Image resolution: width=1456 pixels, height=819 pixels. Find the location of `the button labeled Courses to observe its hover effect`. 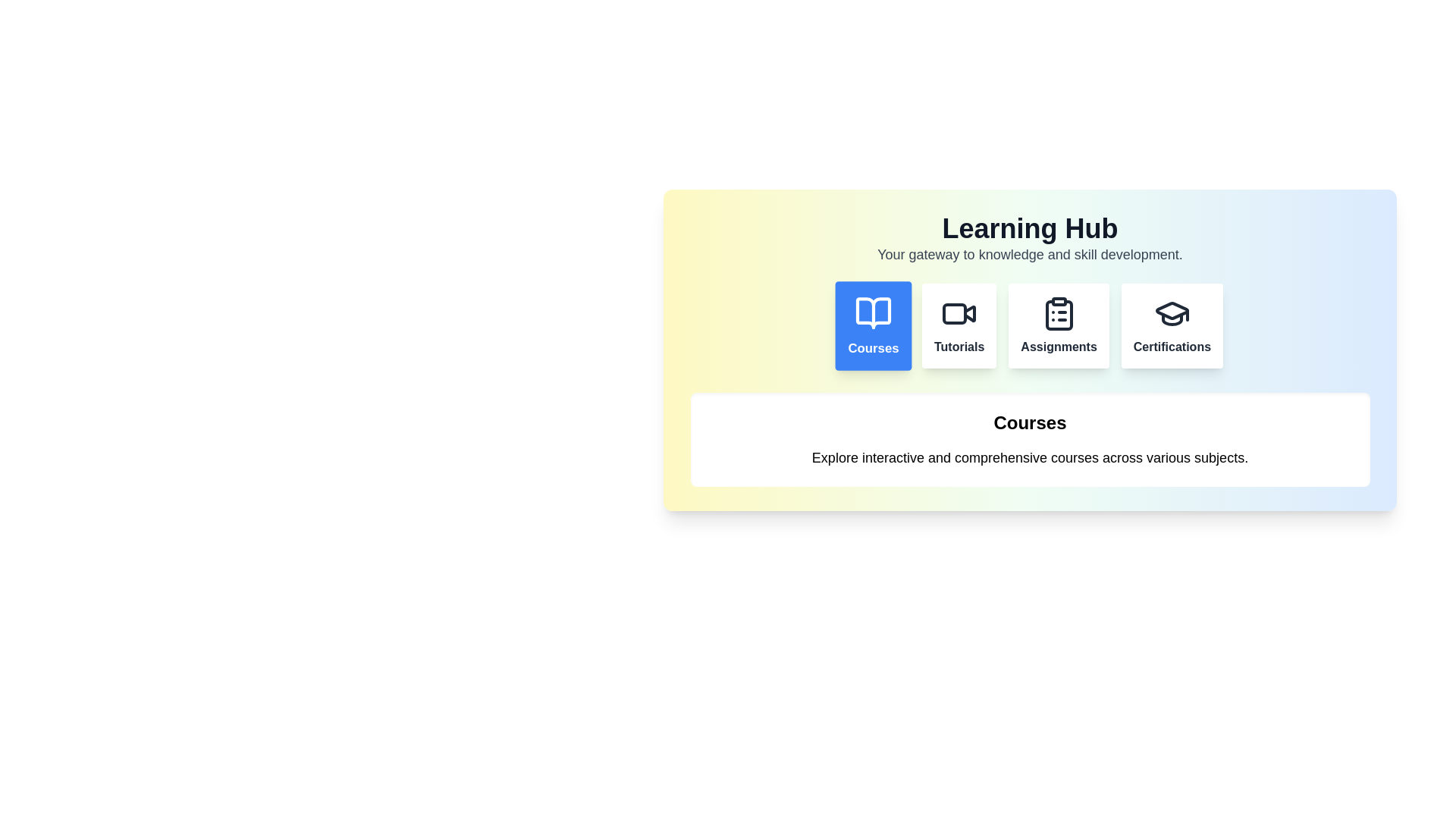

the button labeled Courses to observe its hover effect is located at coordinates (874, 325).